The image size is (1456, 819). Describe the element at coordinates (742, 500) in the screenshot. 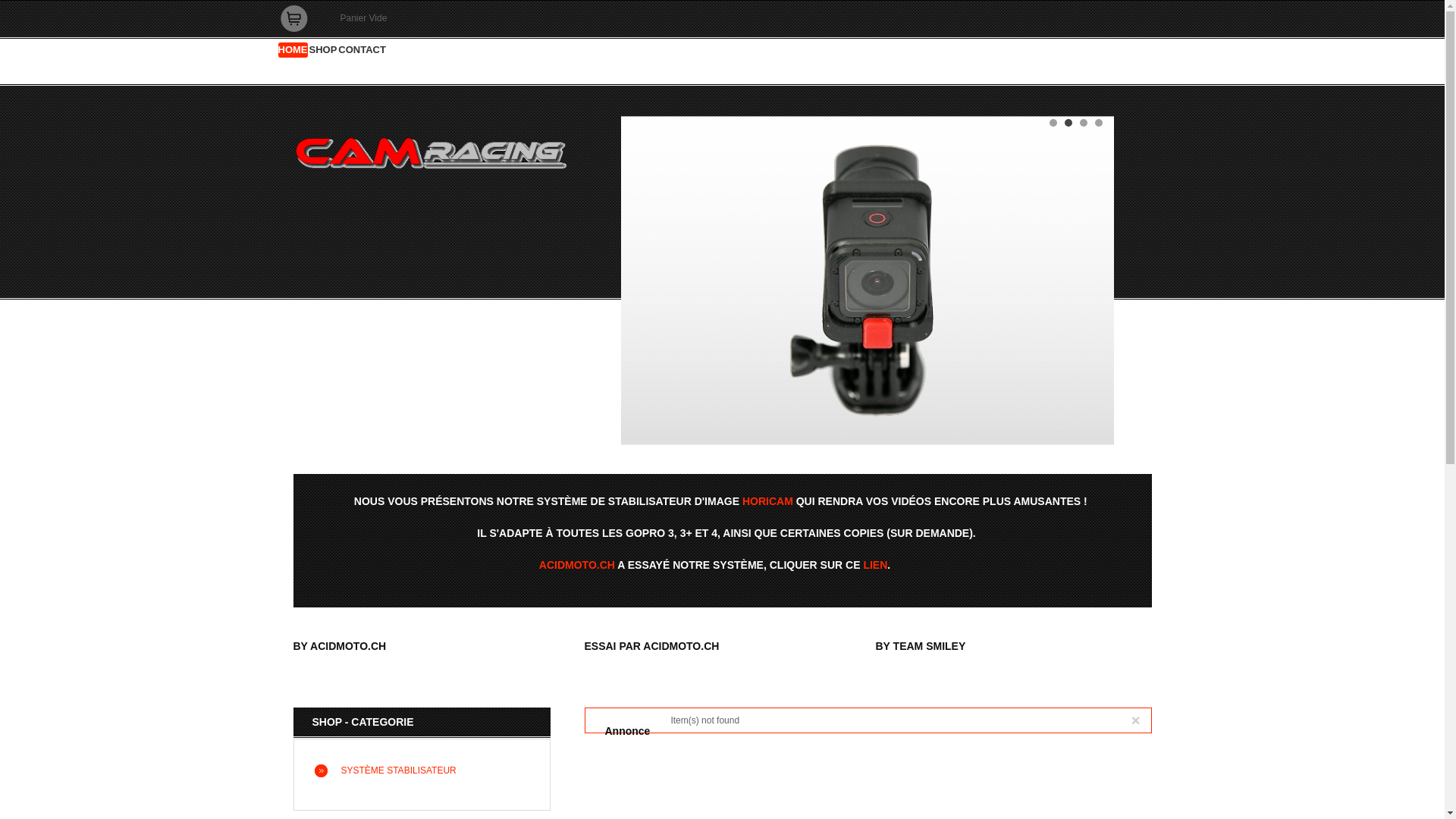

I see `'HORICAM'` at that location.